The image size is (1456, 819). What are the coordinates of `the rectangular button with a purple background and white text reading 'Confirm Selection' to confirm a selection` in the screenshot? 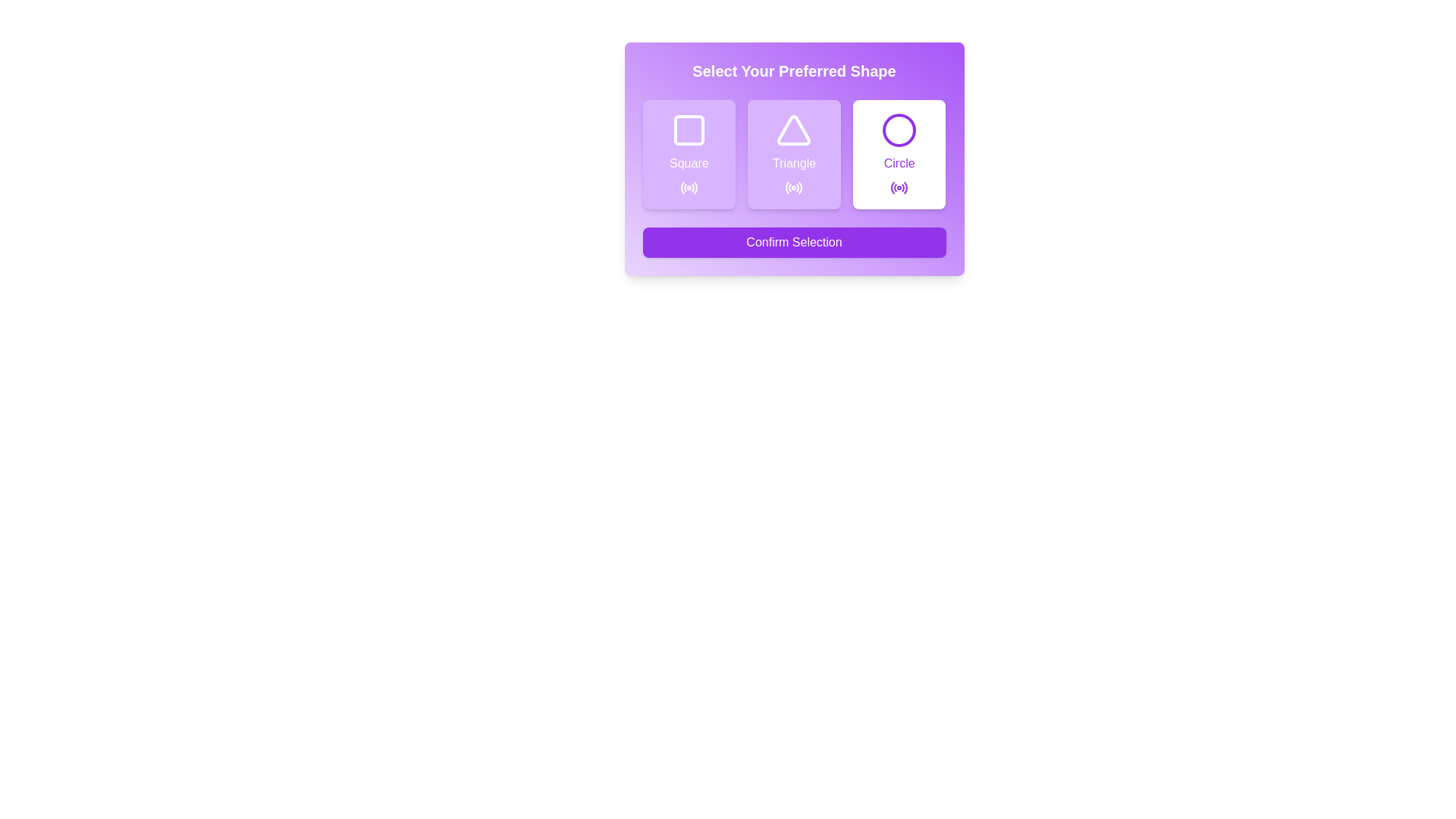 It's located at (793, 242).